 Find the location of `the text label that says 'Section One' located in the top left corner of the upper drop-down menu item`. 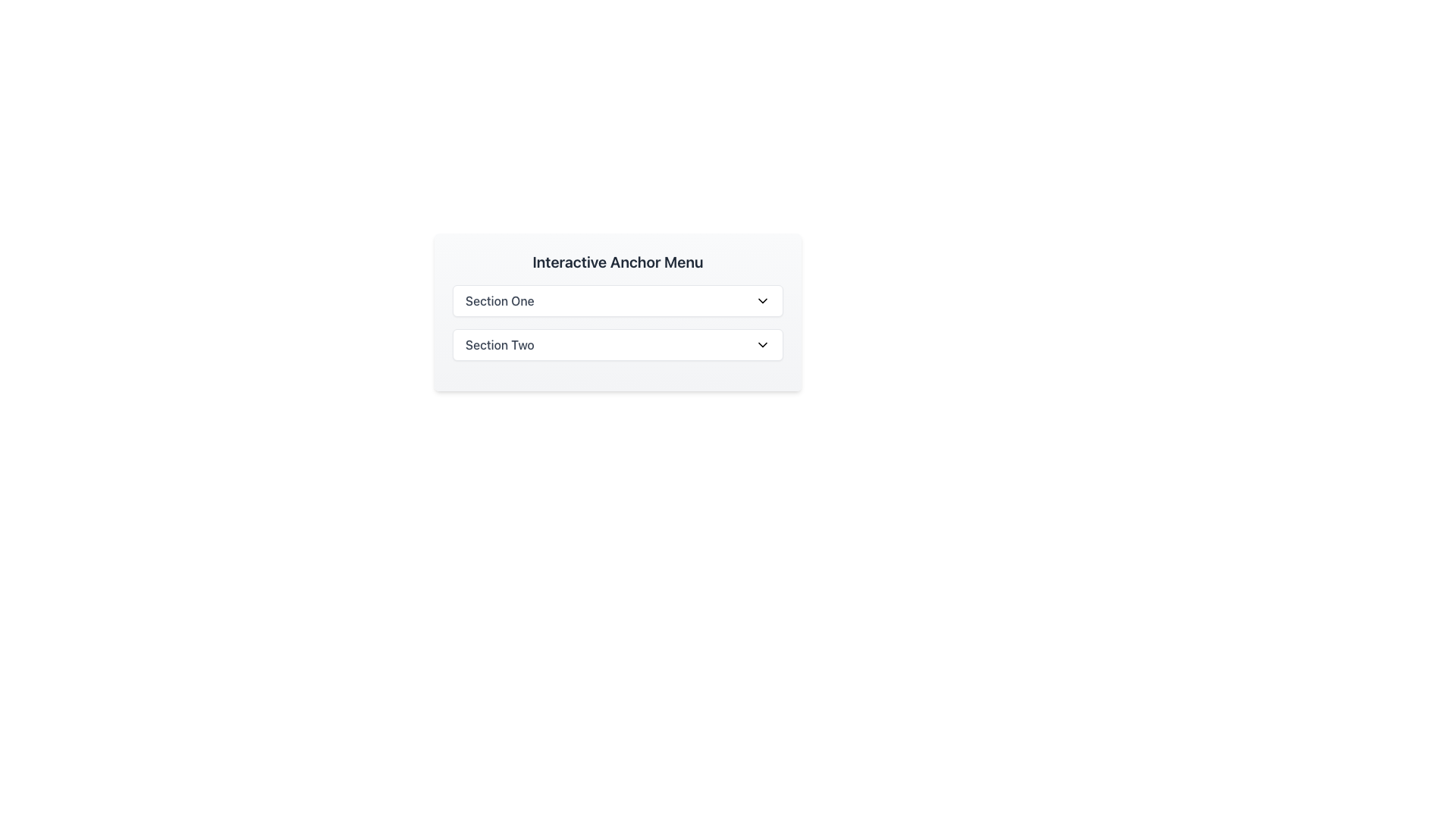

the text label that says 'Section One' located in the top left corner of the upper drop-down menu item is located at coordinates (500, 301).